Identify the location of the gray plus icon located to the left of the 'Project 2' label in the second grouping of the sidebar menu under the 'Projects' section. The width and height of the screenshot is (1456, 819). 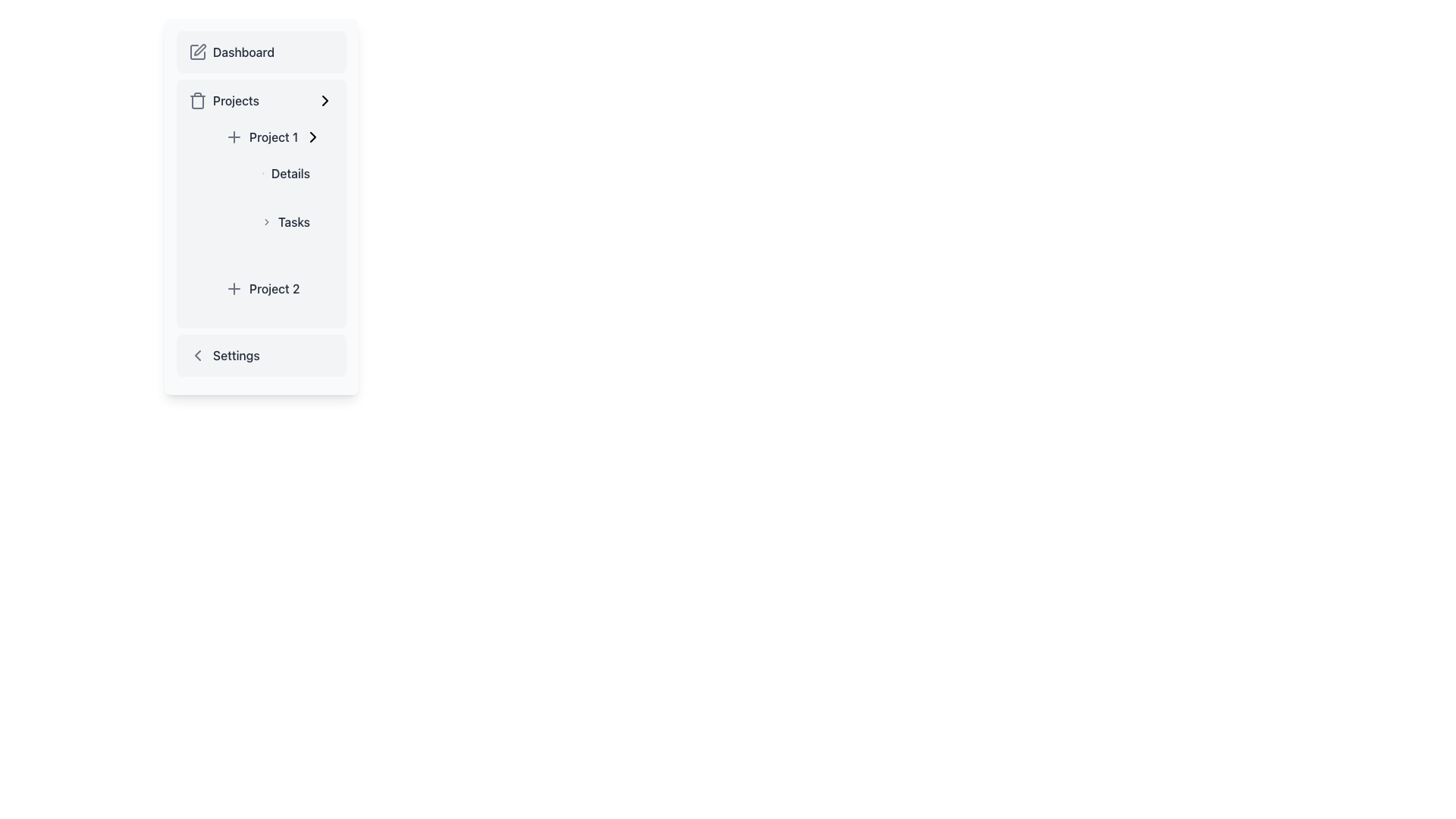
(233, 289).